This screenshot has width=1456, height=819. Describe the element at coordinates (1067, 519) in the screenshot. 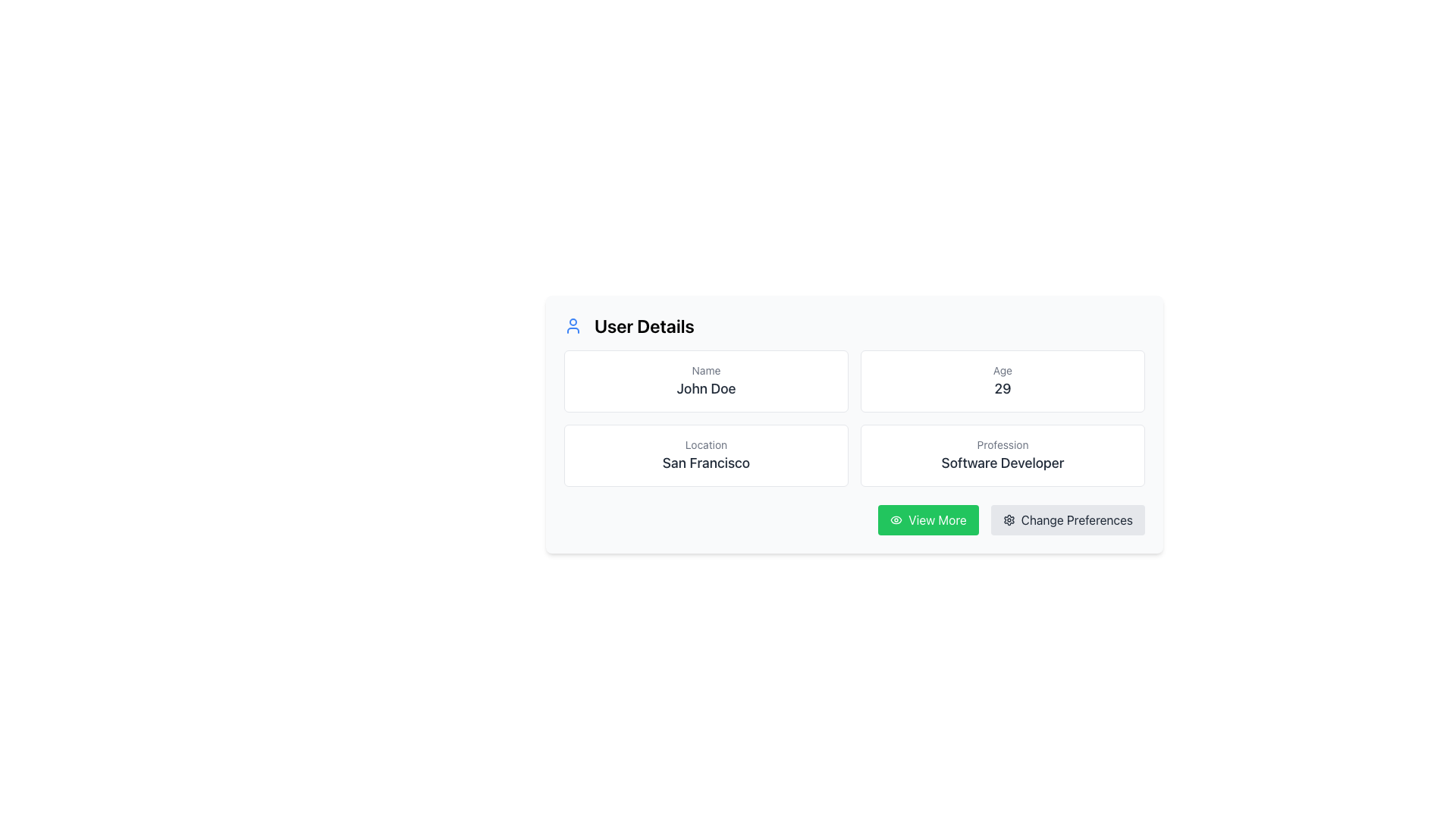

I see `the 'Change Preferences' button, which is styled with a light gray background and dark gray text, and includes a gear icon to the left of the text` at that location.